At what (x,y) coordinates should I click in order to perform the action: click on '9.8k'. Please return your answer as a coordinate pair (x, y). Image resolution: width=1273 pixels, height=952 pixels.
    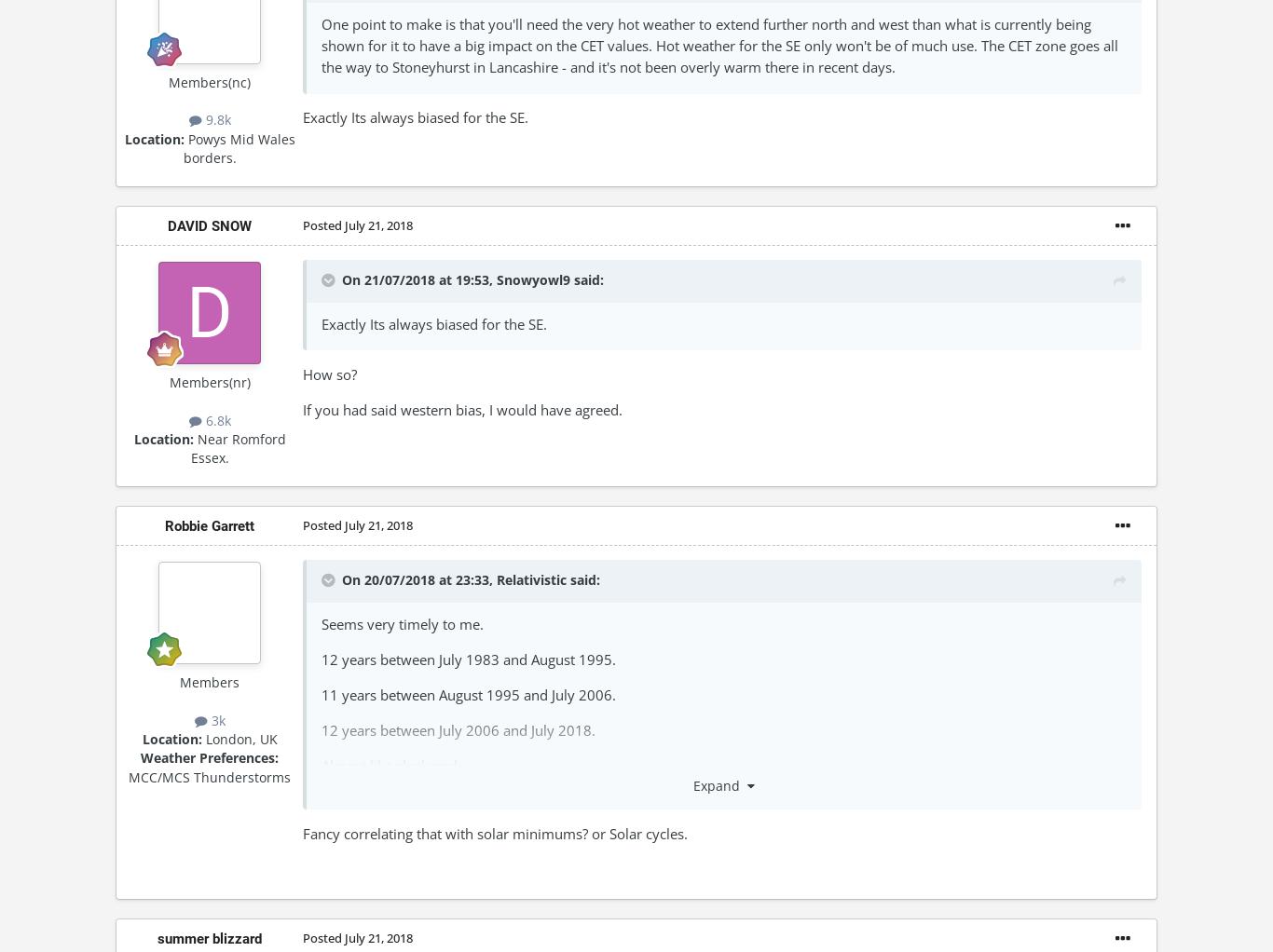
    Looking at the image, I should click on (215, 119).